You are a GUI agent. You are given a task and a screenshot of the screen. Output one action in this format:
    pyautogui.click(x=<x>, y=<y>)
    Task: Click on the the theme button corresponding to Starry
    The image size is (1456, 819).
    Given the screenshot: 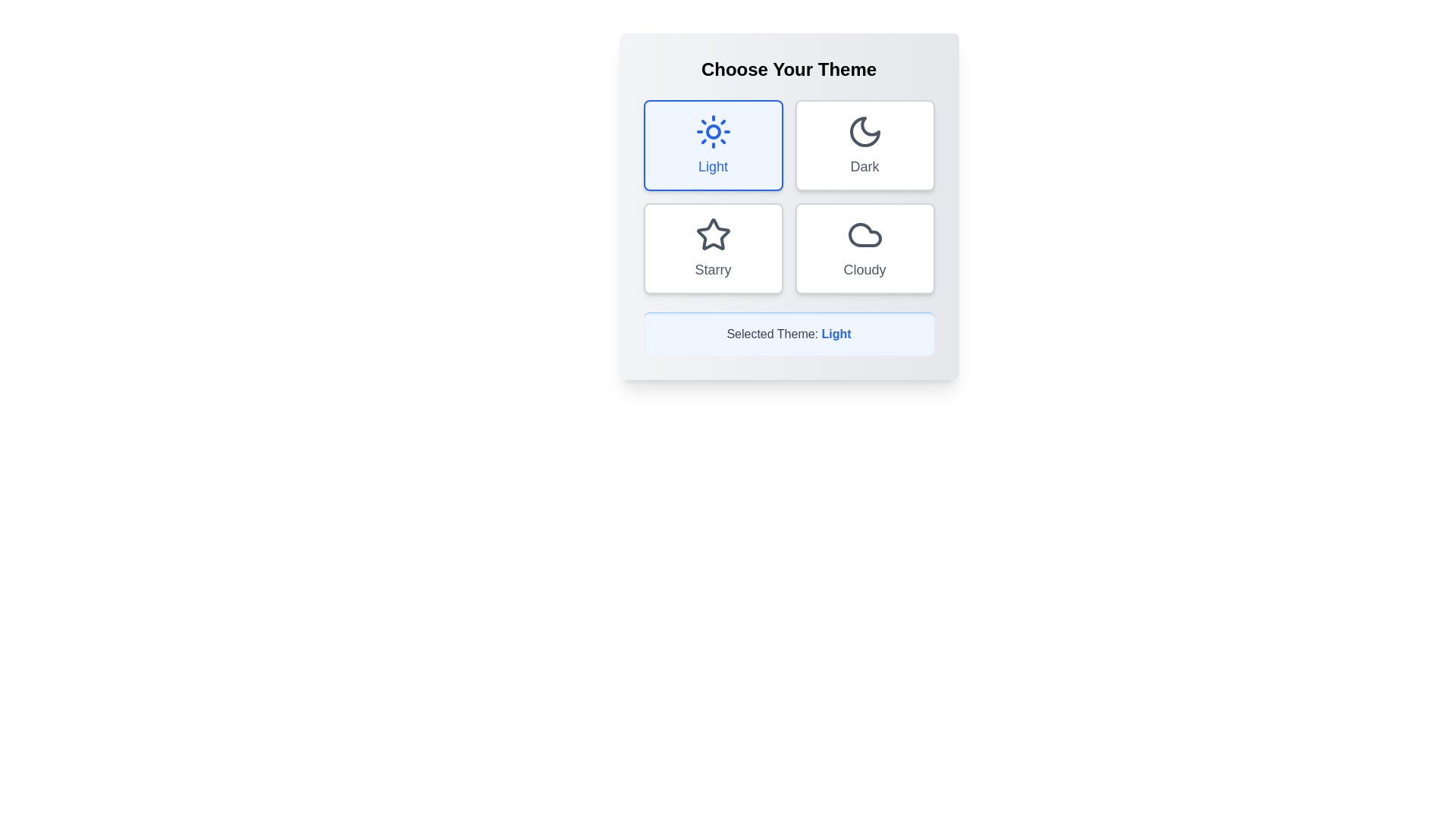 What is the action you would take?
    pyautogui.click(x=712, y=247)
    